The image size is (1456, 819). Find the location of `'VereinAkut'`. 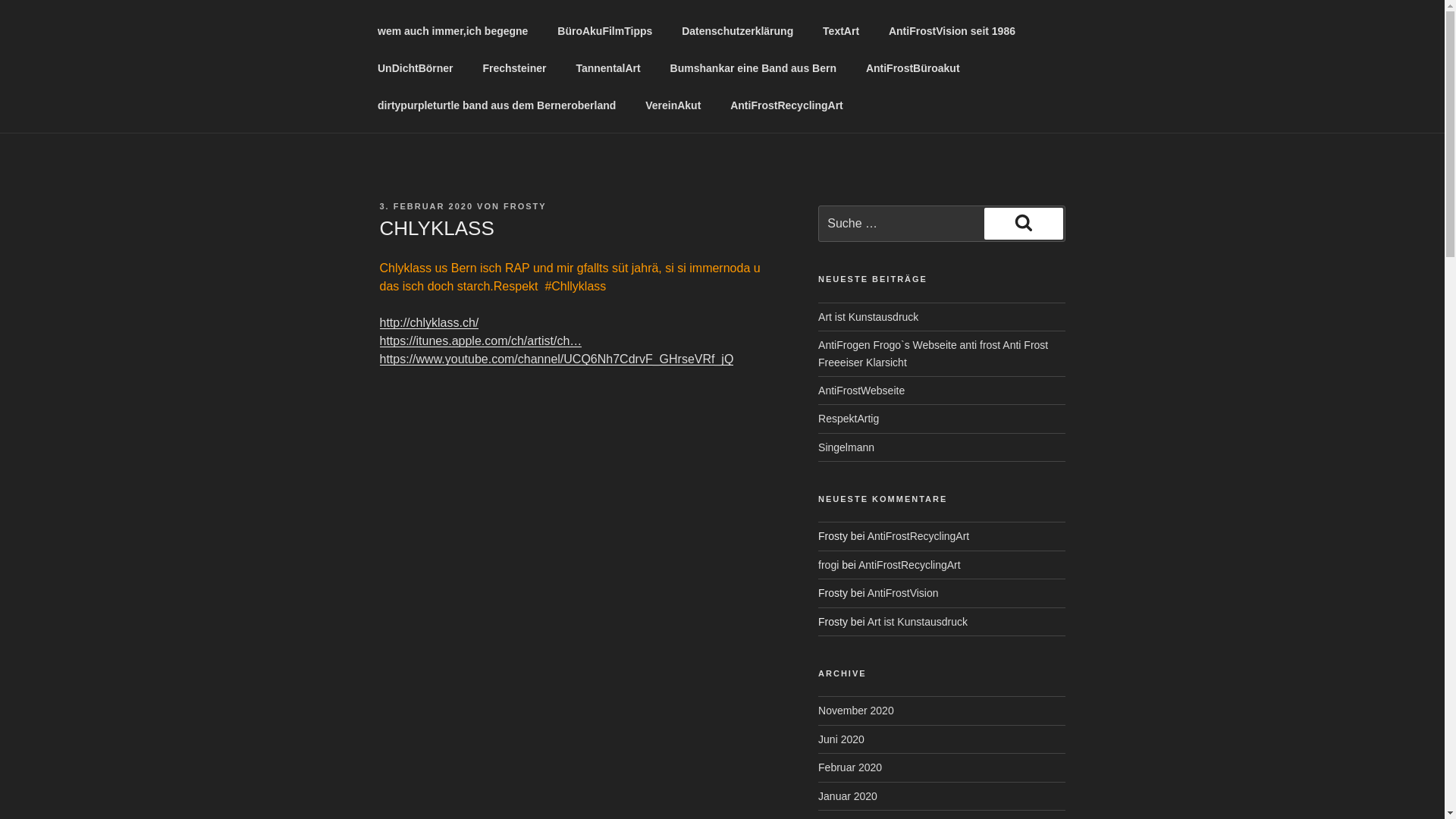

'VereinAkut' is located at coordinates (673, 105).